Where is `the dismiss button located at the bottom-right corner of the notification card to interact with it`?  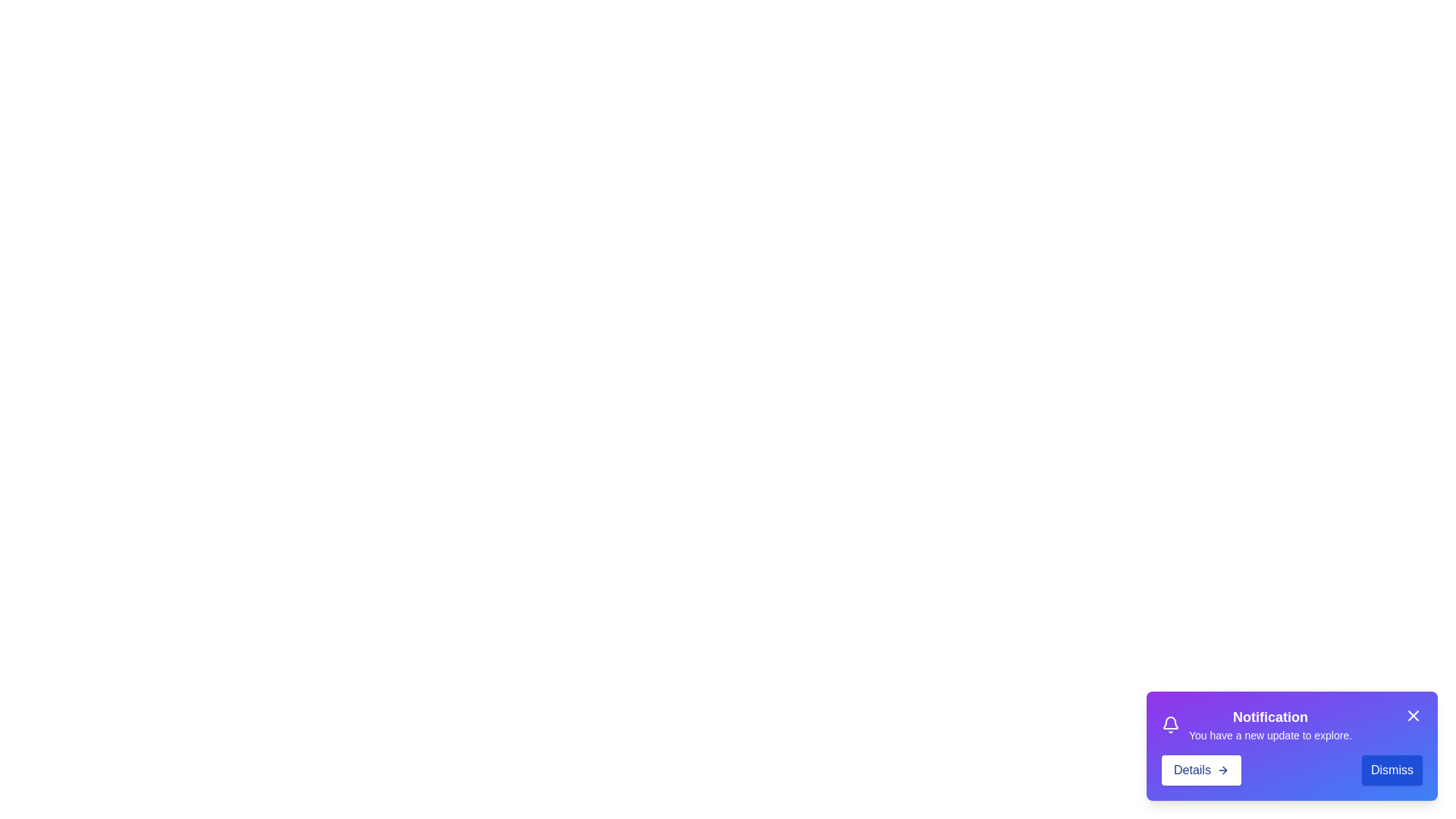 the dismiss button located at the bottom-right corner of the notification card to interact with it is located at coordinates (1392, 770).